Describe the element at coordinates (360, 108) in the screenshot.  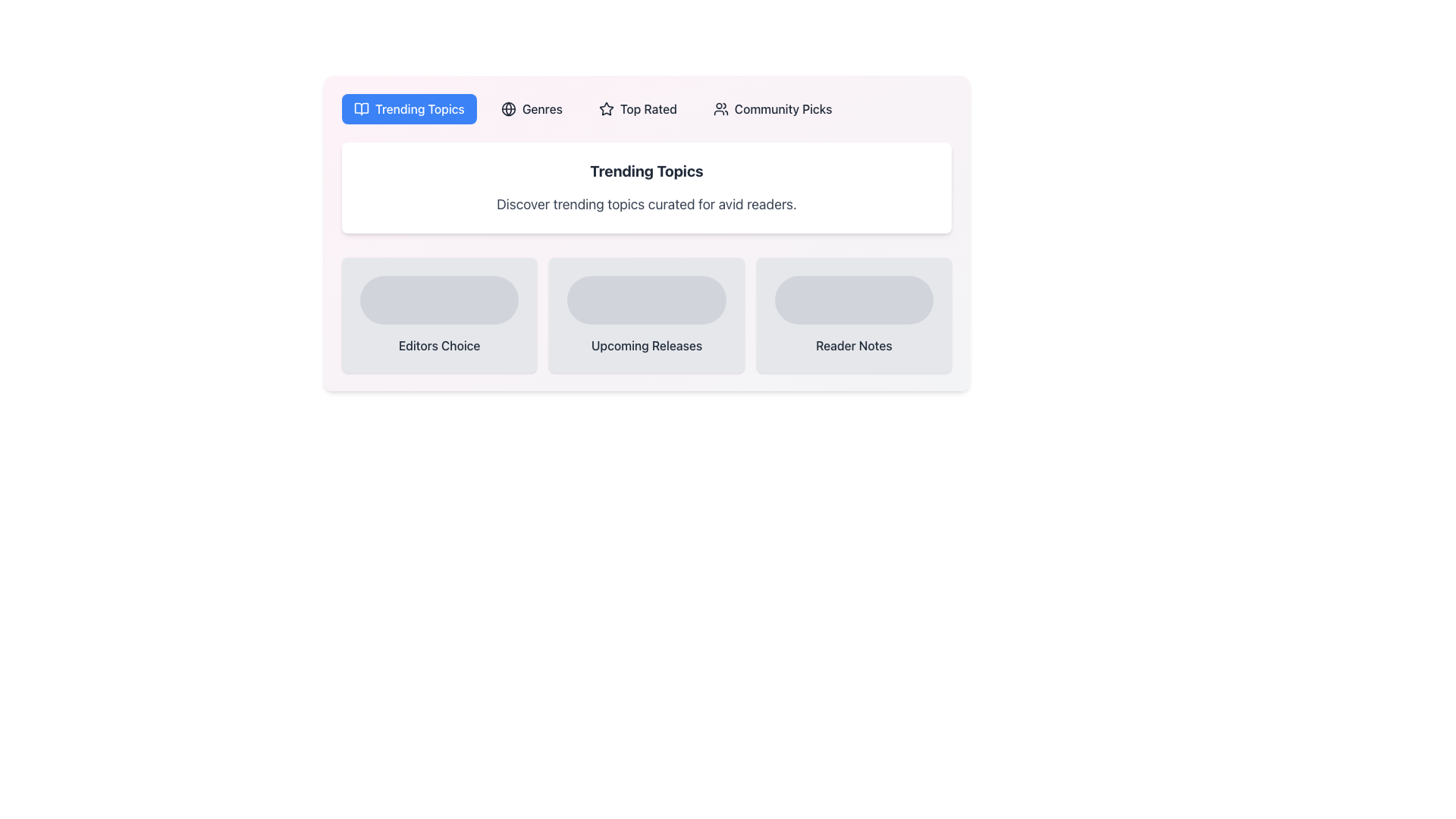
I see `the open book icon located in the 'Trending Topics' tab of the navigation bar, which is styled in a minimal, line-based design against a blue background` at that location.